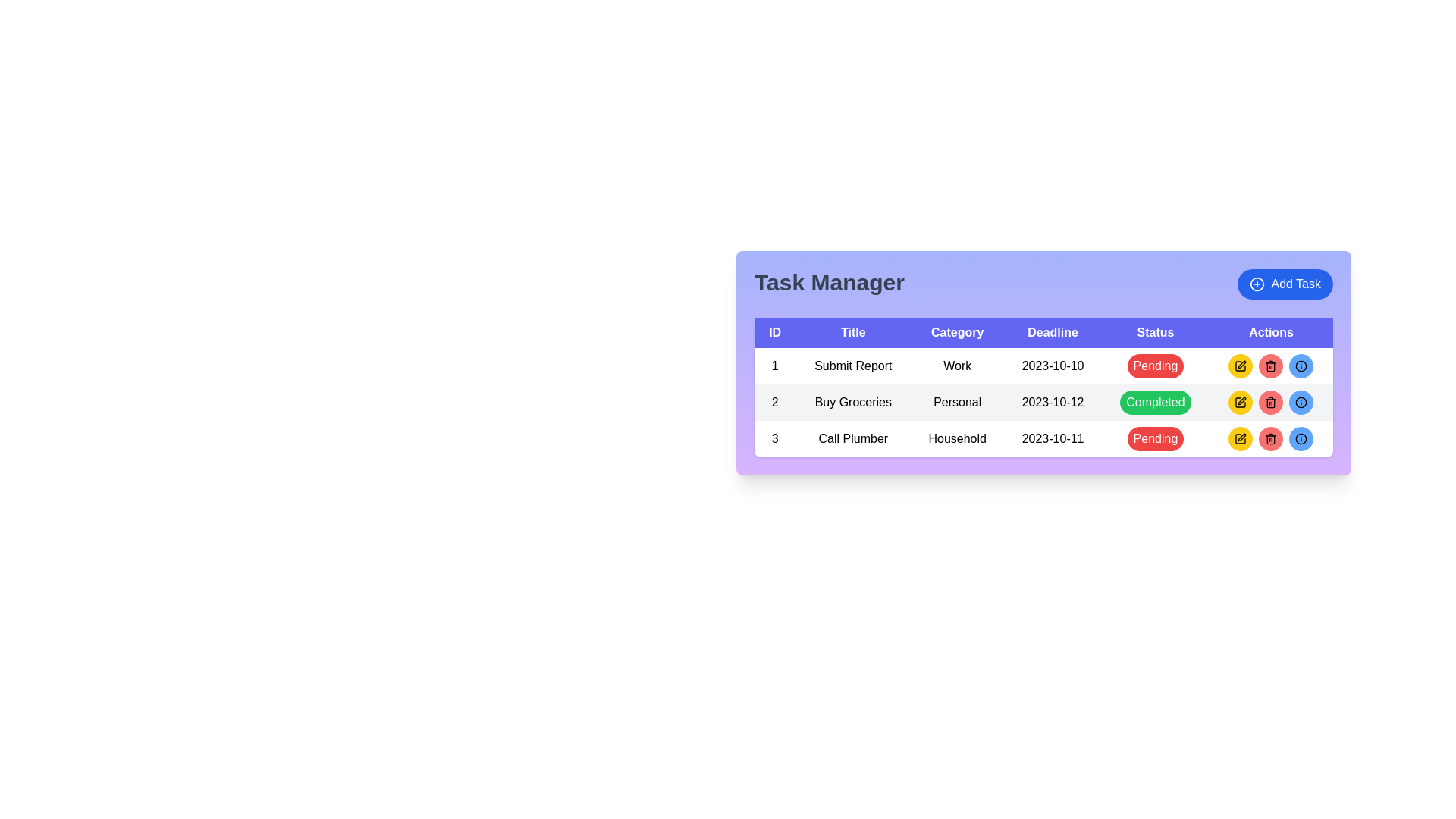 The width and height of the screenshot is (1456, 819). Describe the element at coordinates (1154, 438) in the screenshot. I see `the 'Pending' status indicator in the last row of the 'Task Manager' table associated with the task 'Call Plumber' to update the task status` at that location.